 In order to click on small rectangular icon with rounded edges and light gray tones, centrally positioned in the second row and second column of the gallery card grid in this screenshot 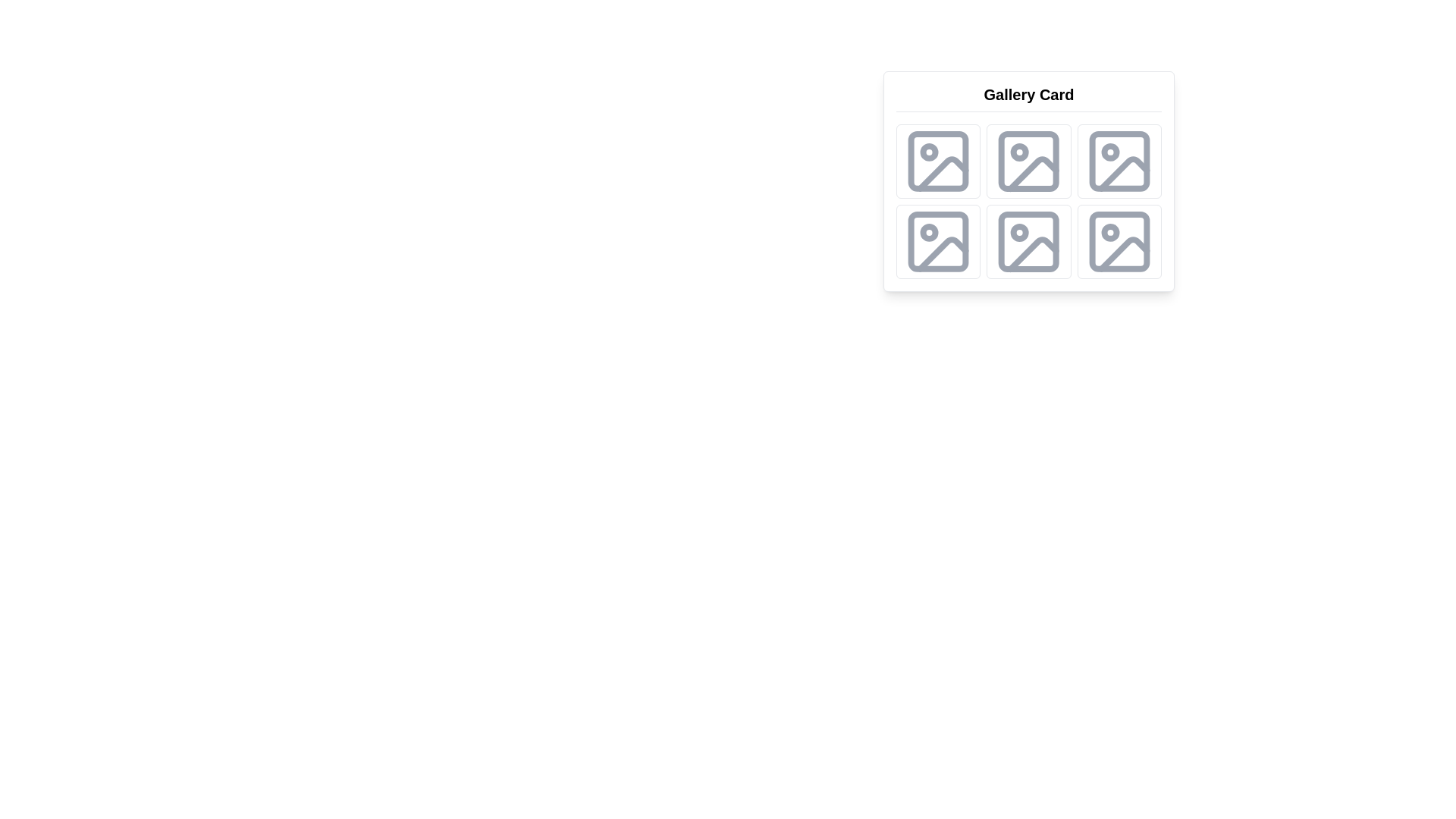, I will do `click(1028, 161)`.